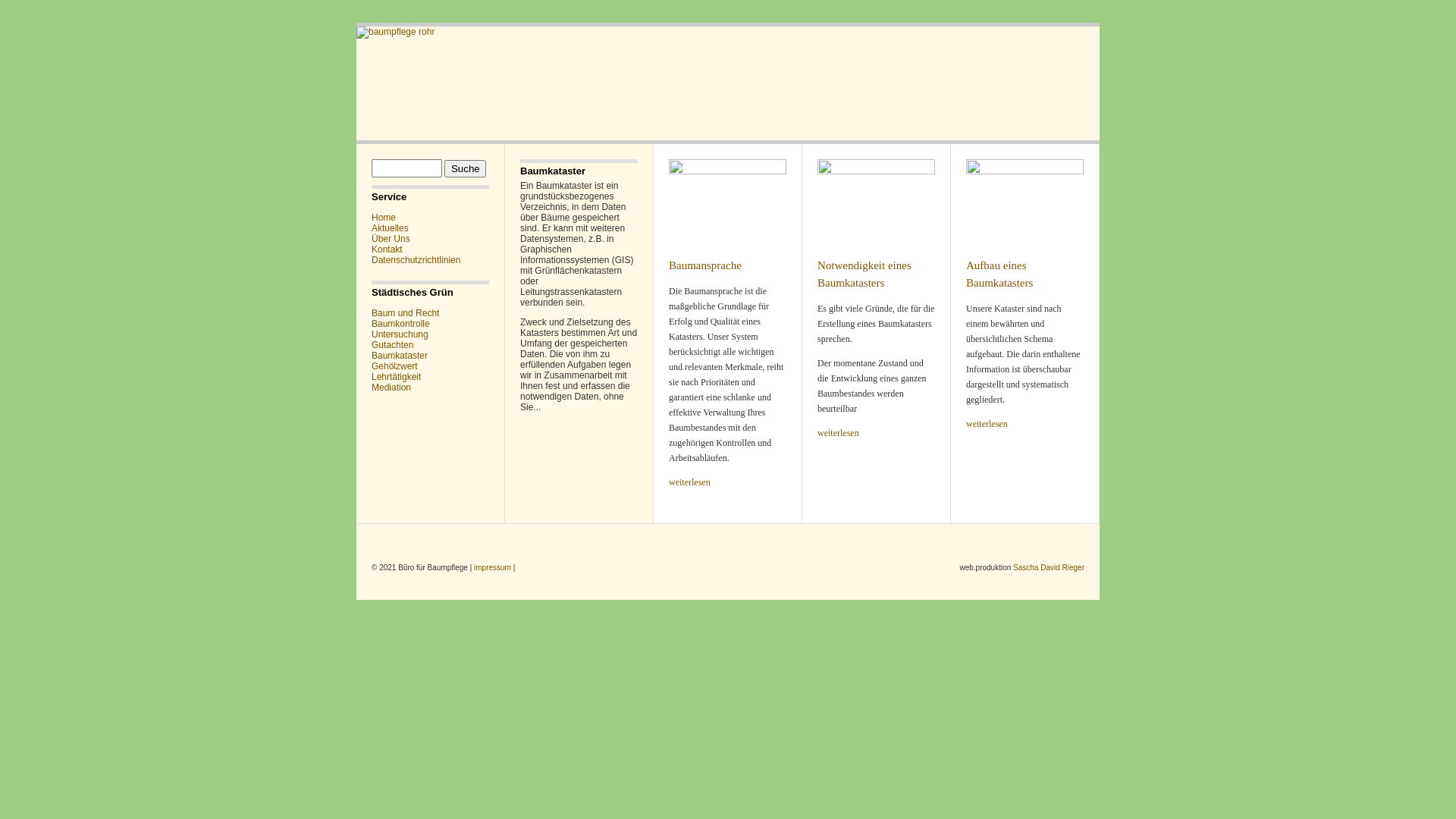 The height and width of the screenshot is (819, 1456). I want to click on 'Baumkontrolle', so click(400, 323).